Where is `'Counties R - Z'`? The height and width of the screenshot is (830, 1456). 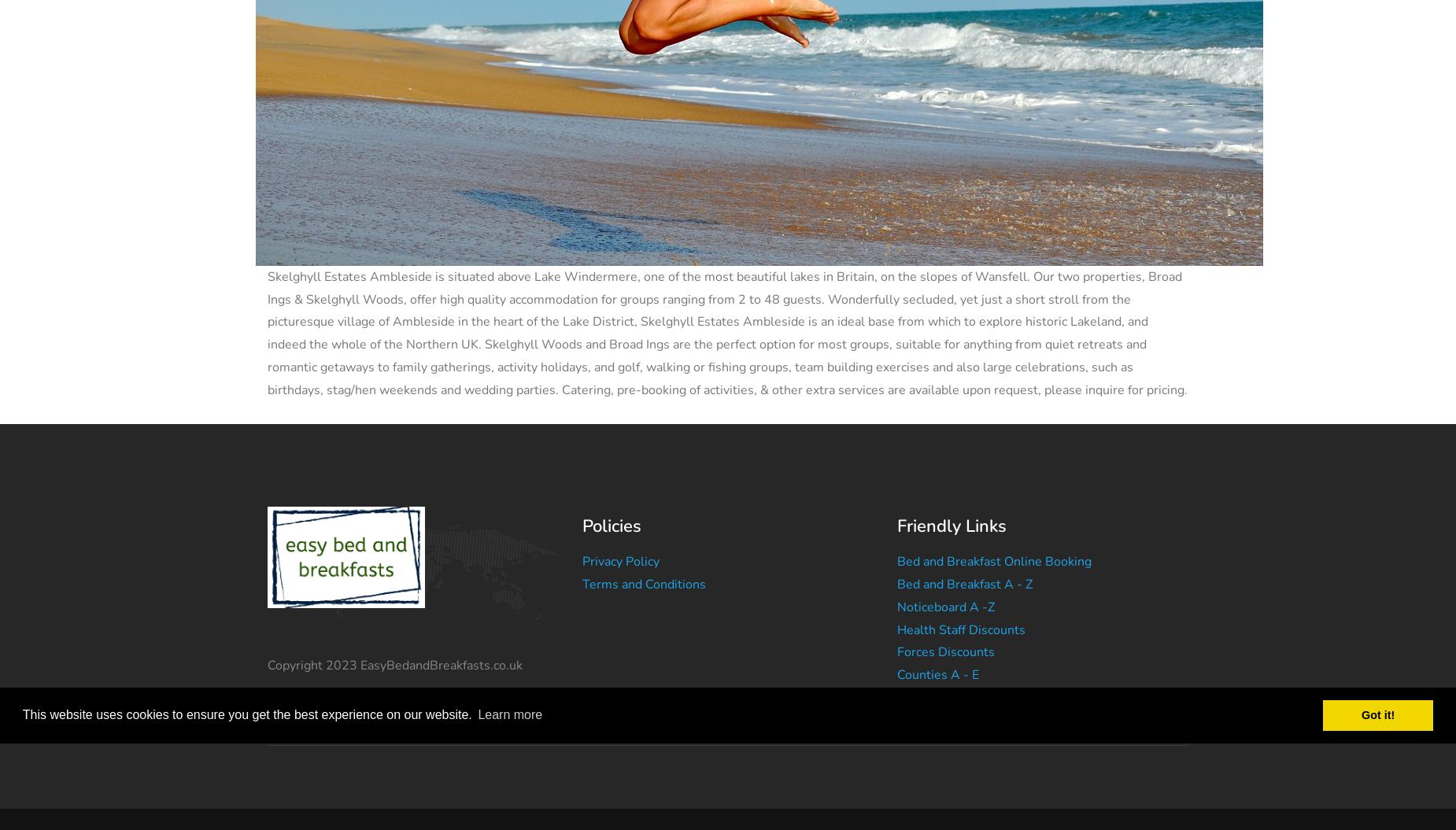 'Counties R - Z' is located at coordinates (937, 719).